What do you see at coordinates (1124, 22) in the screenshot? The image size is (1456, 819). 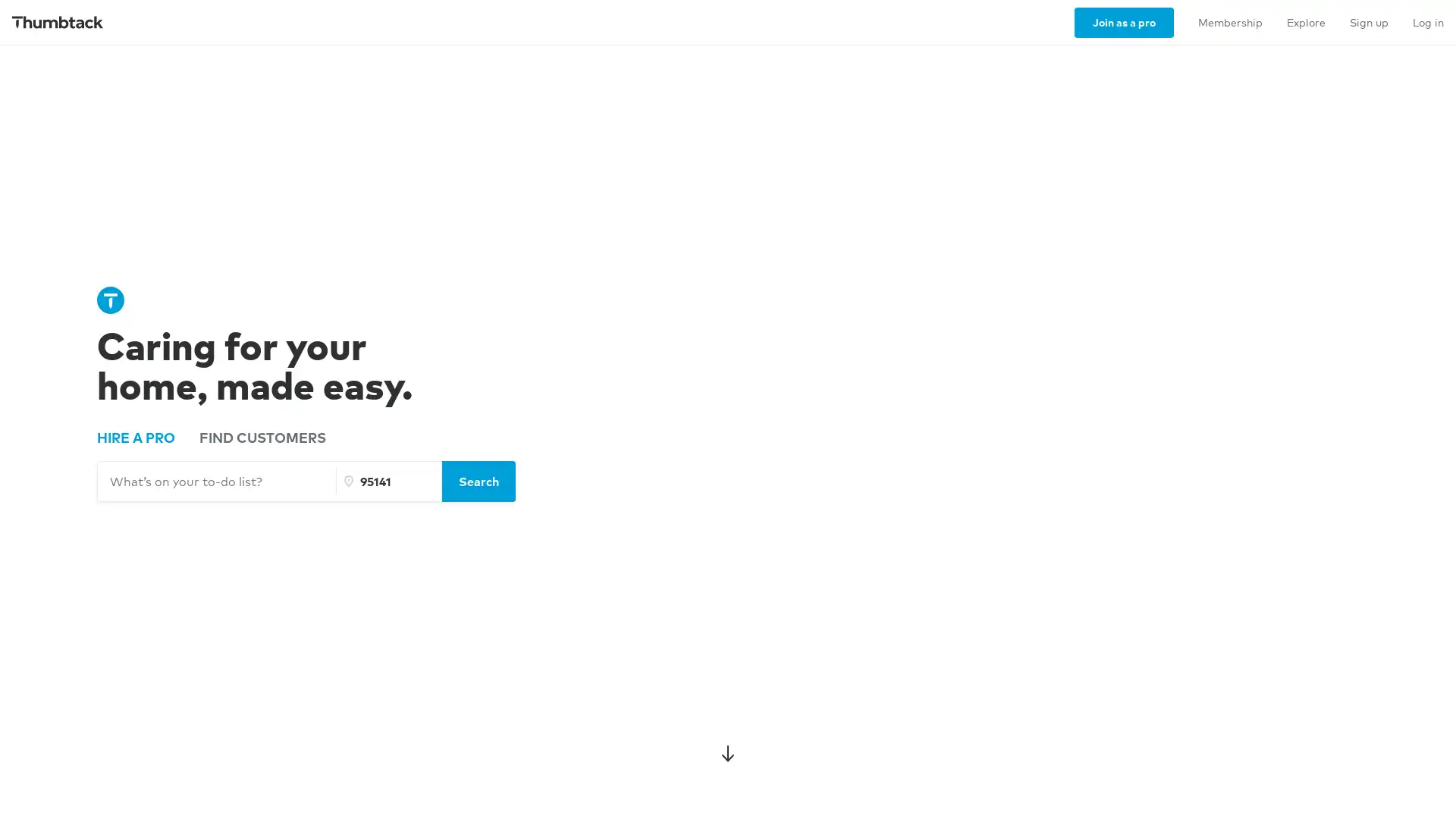 I see `Join as a pro` at bounding box center [1124, 22].